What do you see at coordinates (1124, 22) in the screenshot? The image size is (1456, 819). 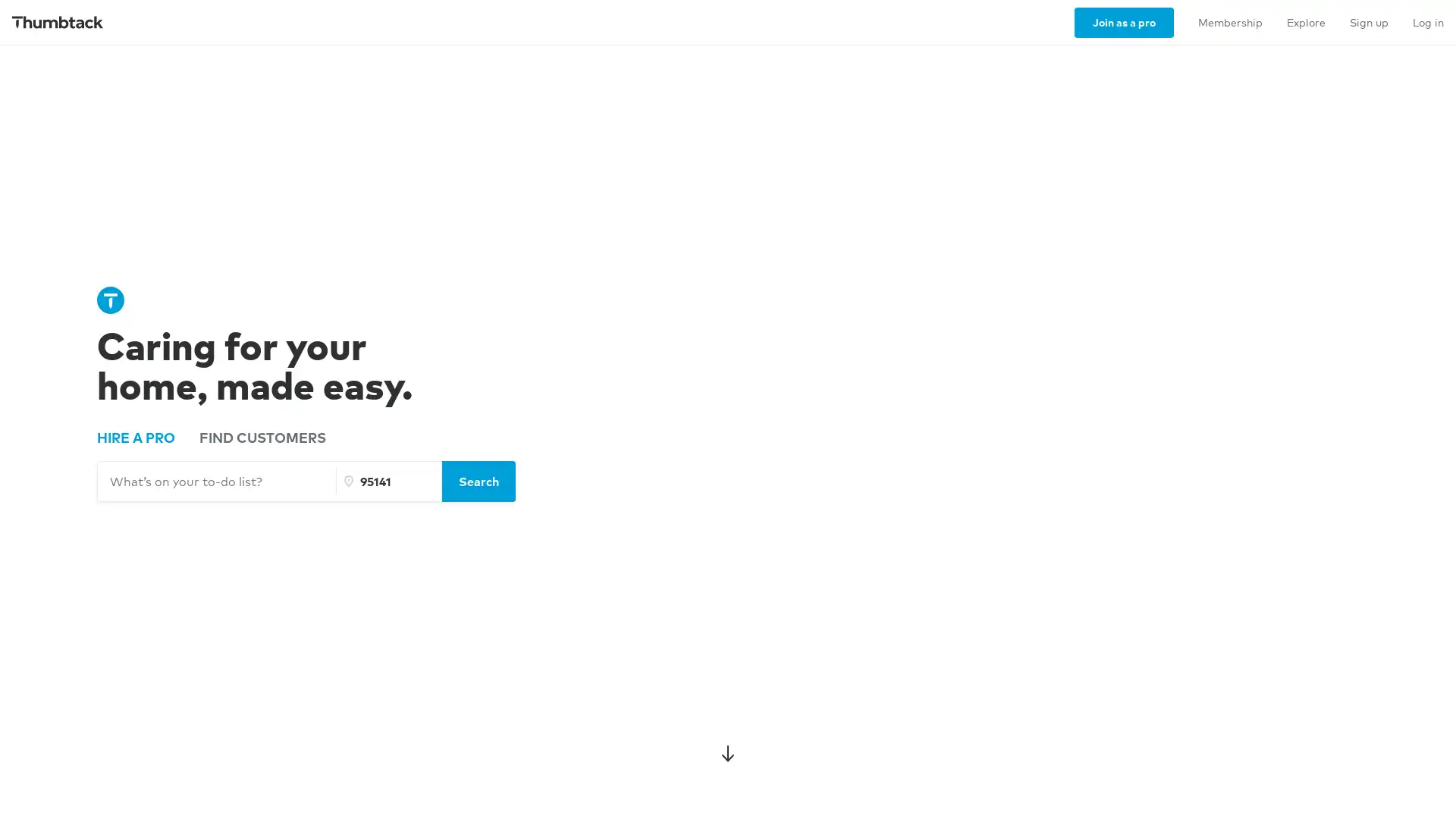 I see `Join as a pro` at bounding box center [1124, 22].